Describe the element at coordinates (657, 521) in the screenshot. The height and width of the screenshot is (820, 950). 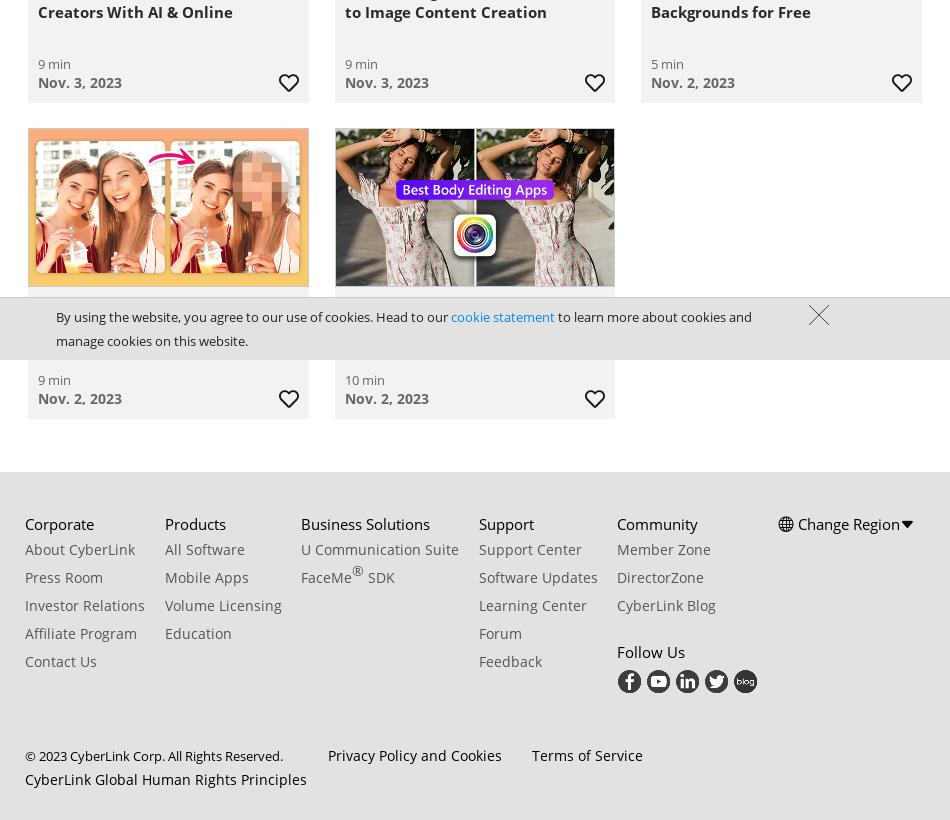
I see `'Community'` at that location.